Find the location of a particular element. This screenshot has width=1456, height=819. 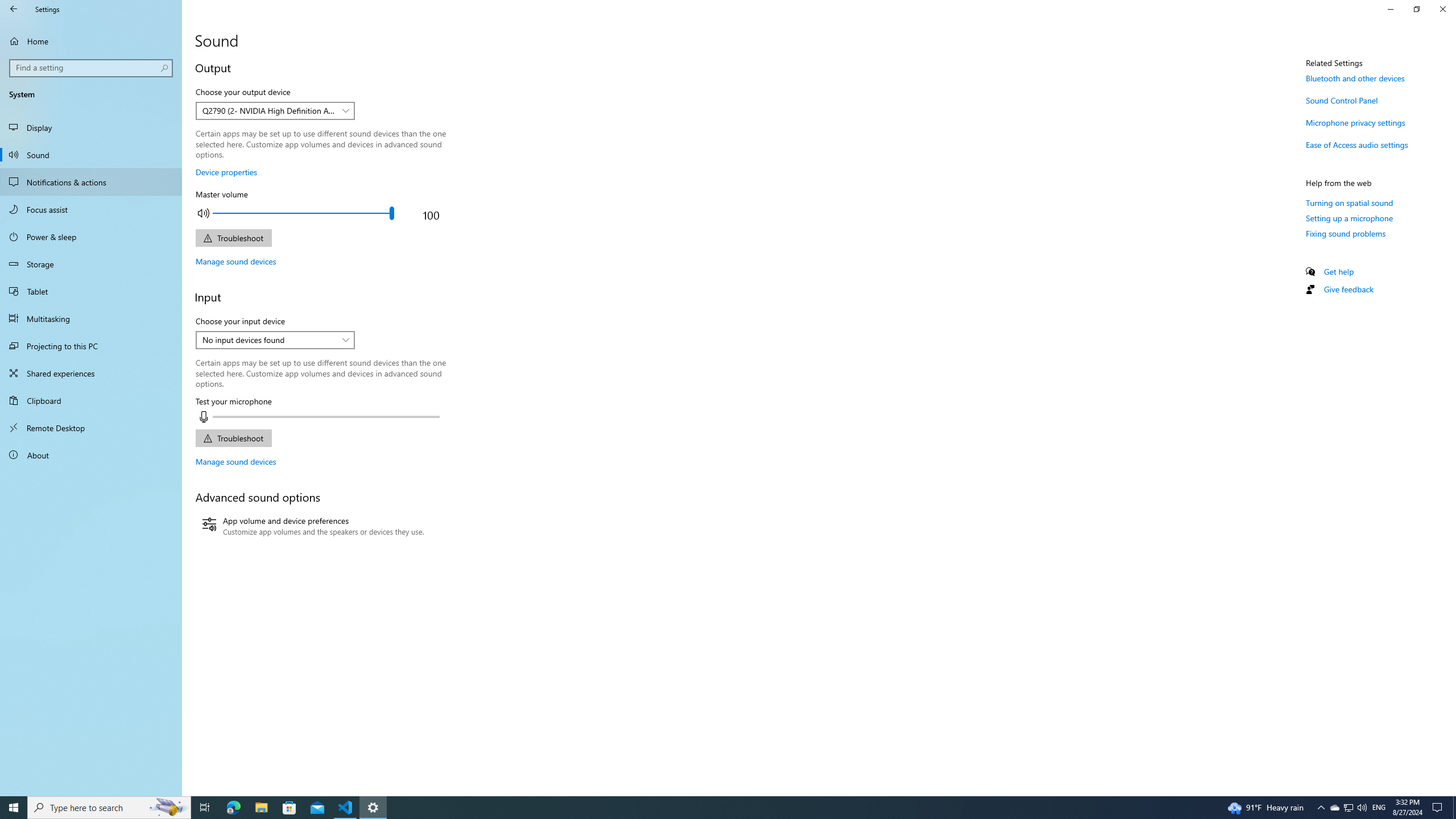

'Minimize Settings' is located at coordinates (1389, 9).